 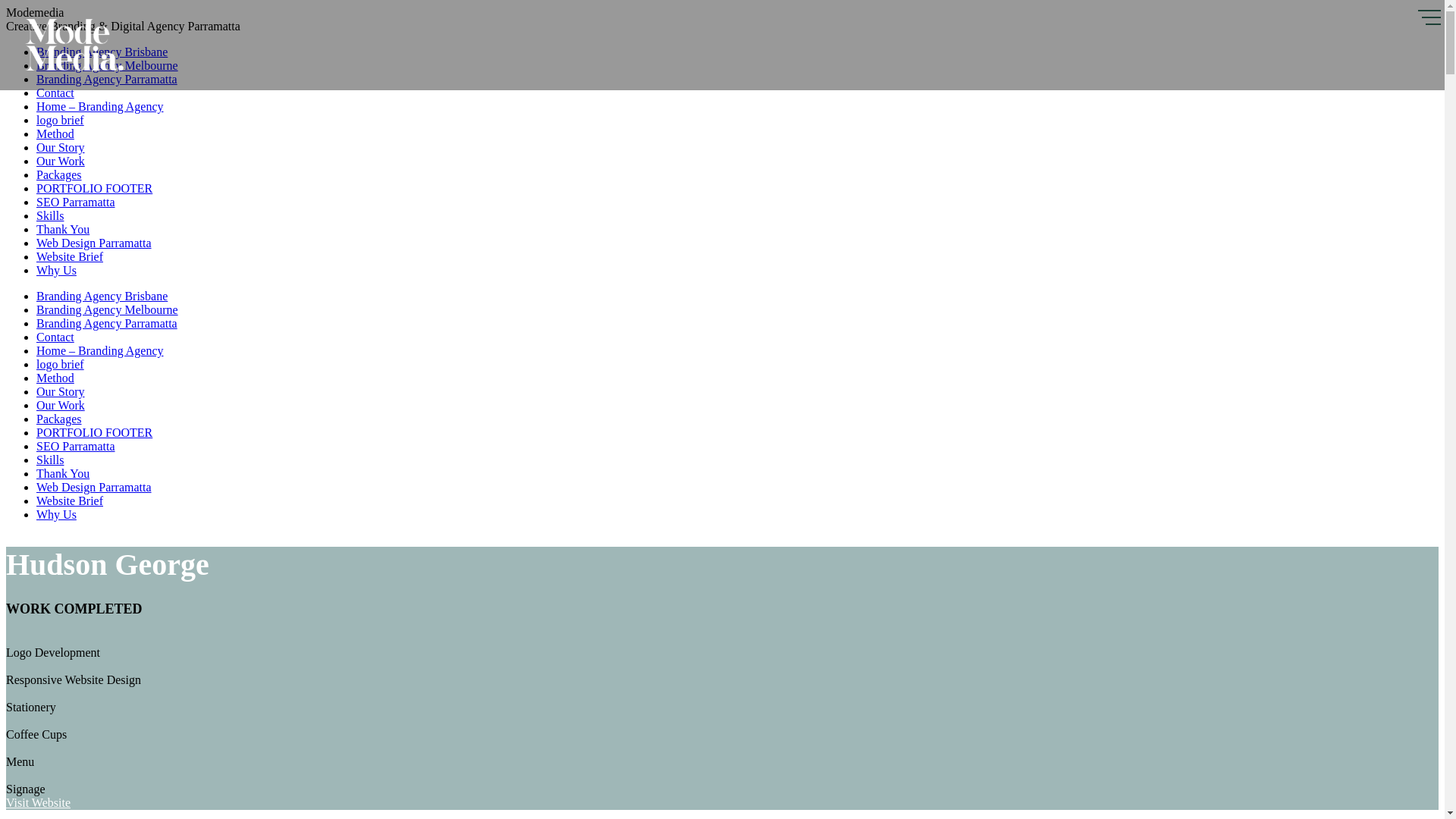 I want to click on 'Branding Agency Melbourne', so click(x=106, y=64).